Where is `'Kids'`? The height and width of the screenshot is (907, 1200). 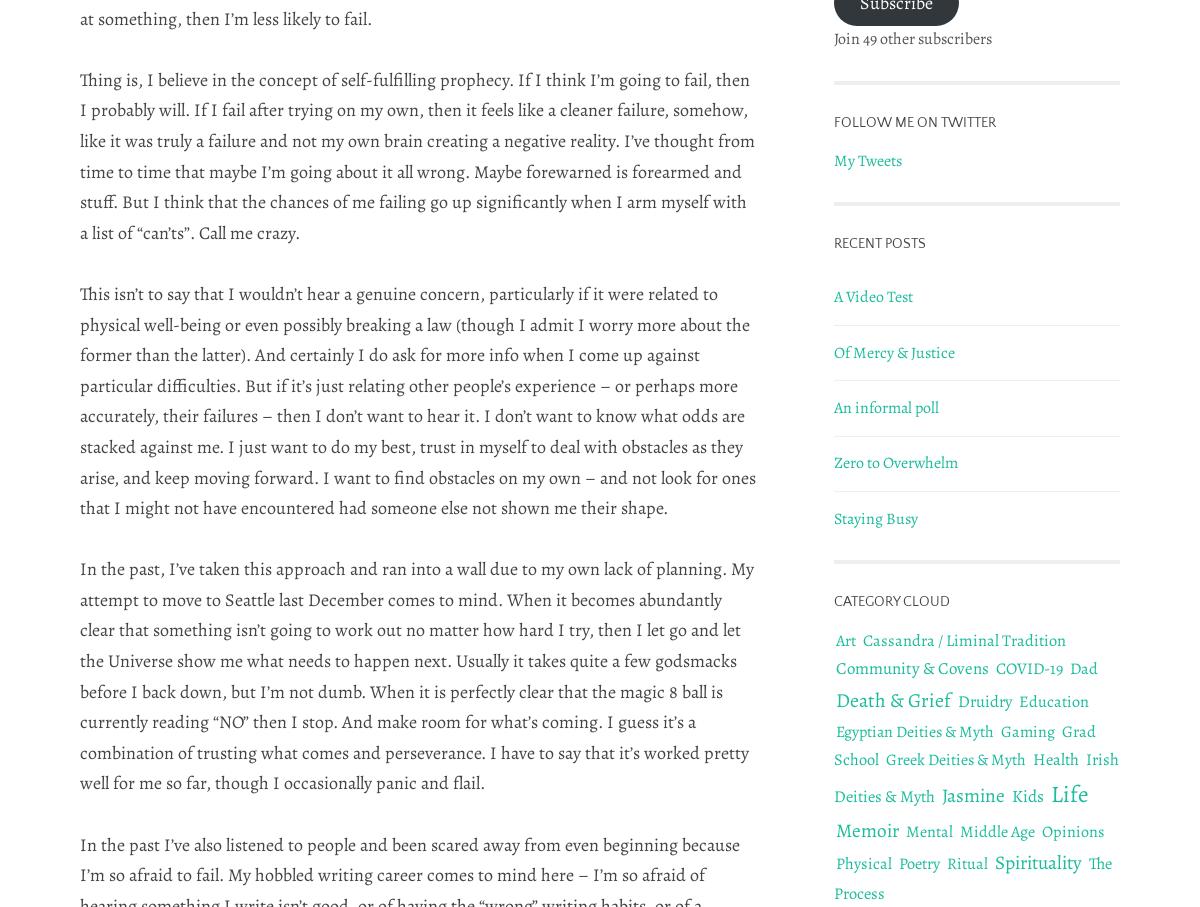
'Kids' is located at coordinates (1028, 794).